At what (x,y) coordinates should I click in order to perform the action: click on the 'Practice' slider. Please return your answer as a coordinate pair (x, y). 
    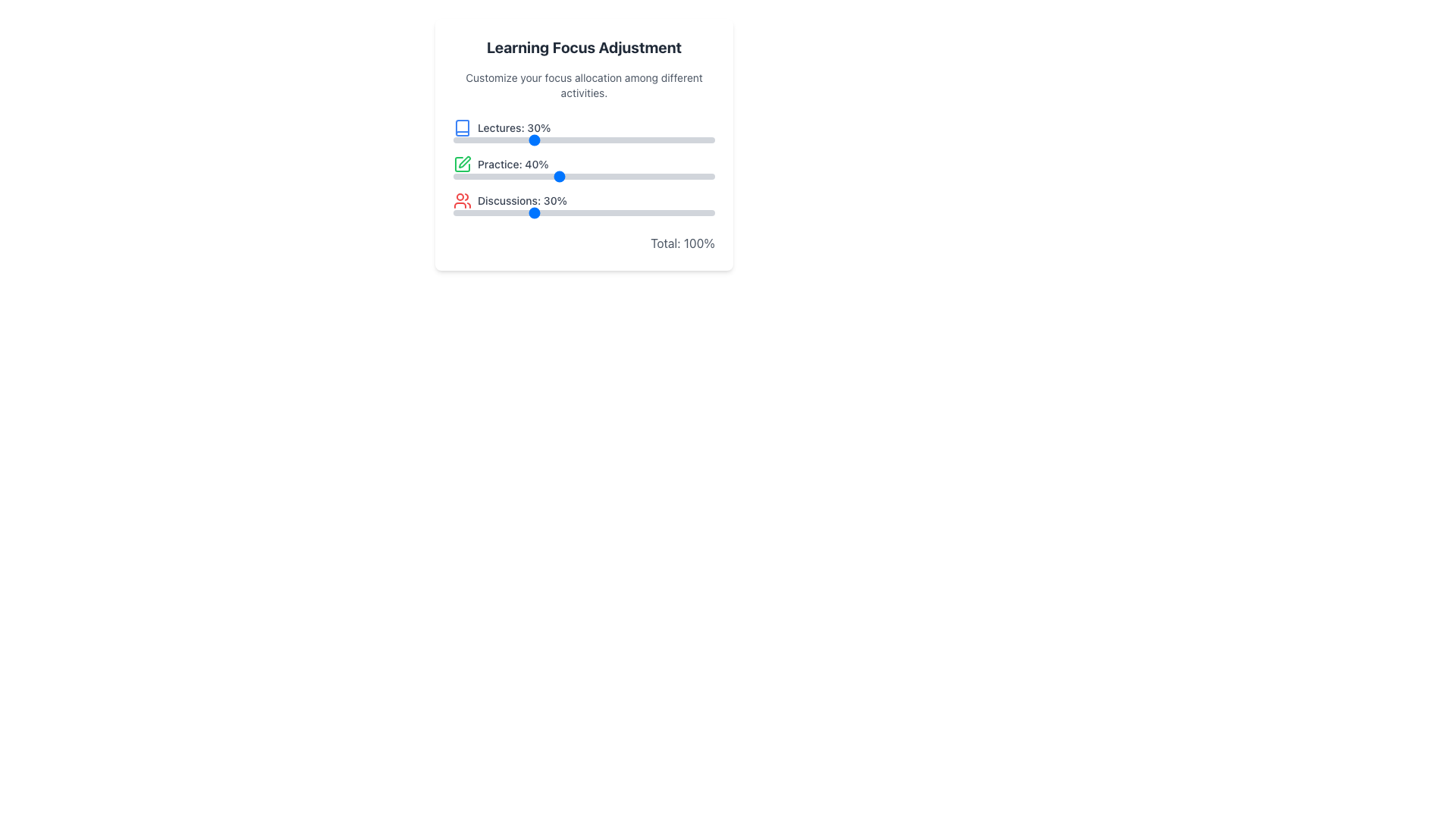
    Looking at the image, I should click on (455, 175).